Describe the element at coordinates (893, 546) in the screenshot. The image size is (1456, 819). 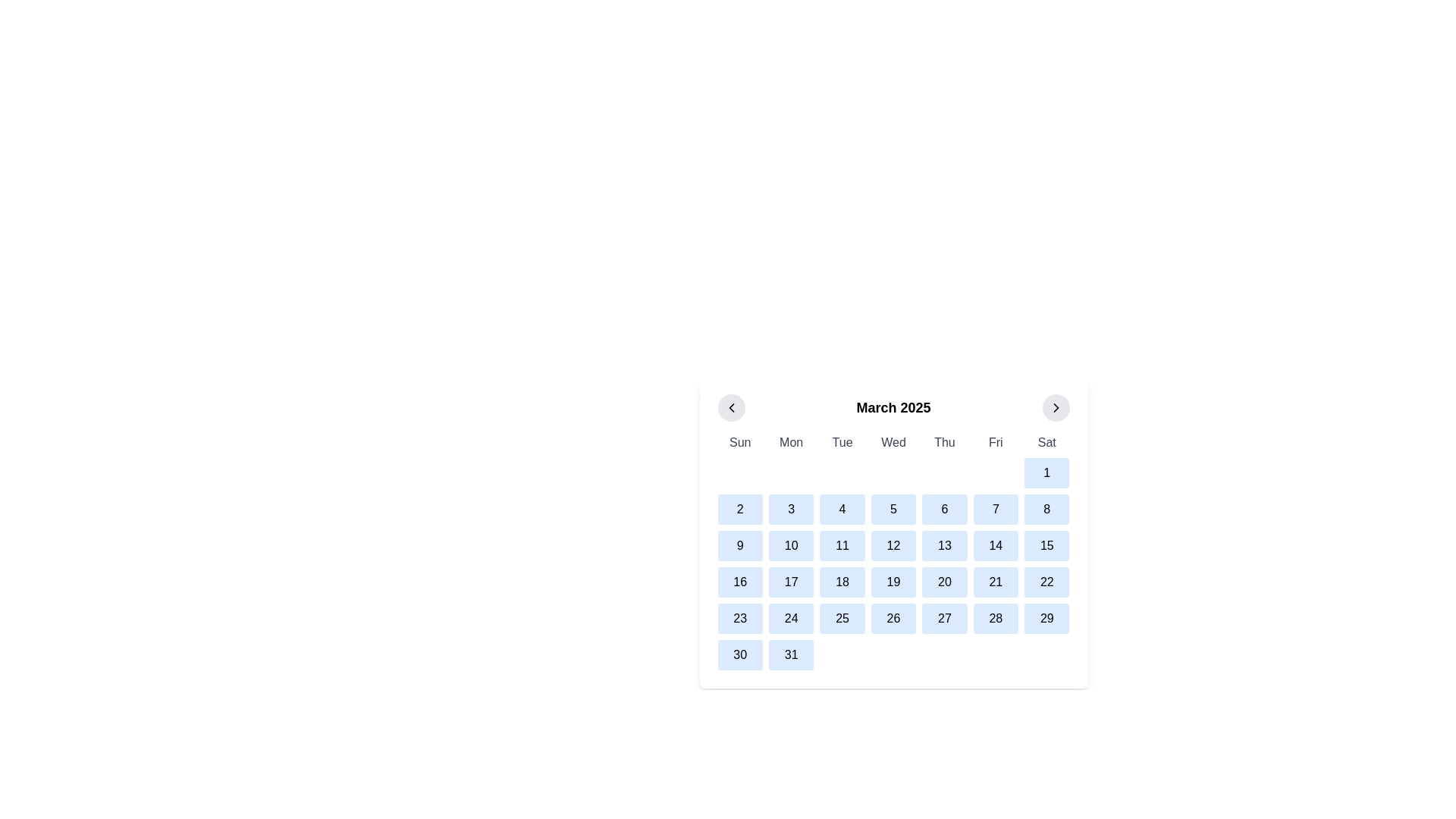
I see `the square button with a light blue background and the number '12' in black, located in the third row and fourth column of the calendar grid to invoke hover effects` at that location.